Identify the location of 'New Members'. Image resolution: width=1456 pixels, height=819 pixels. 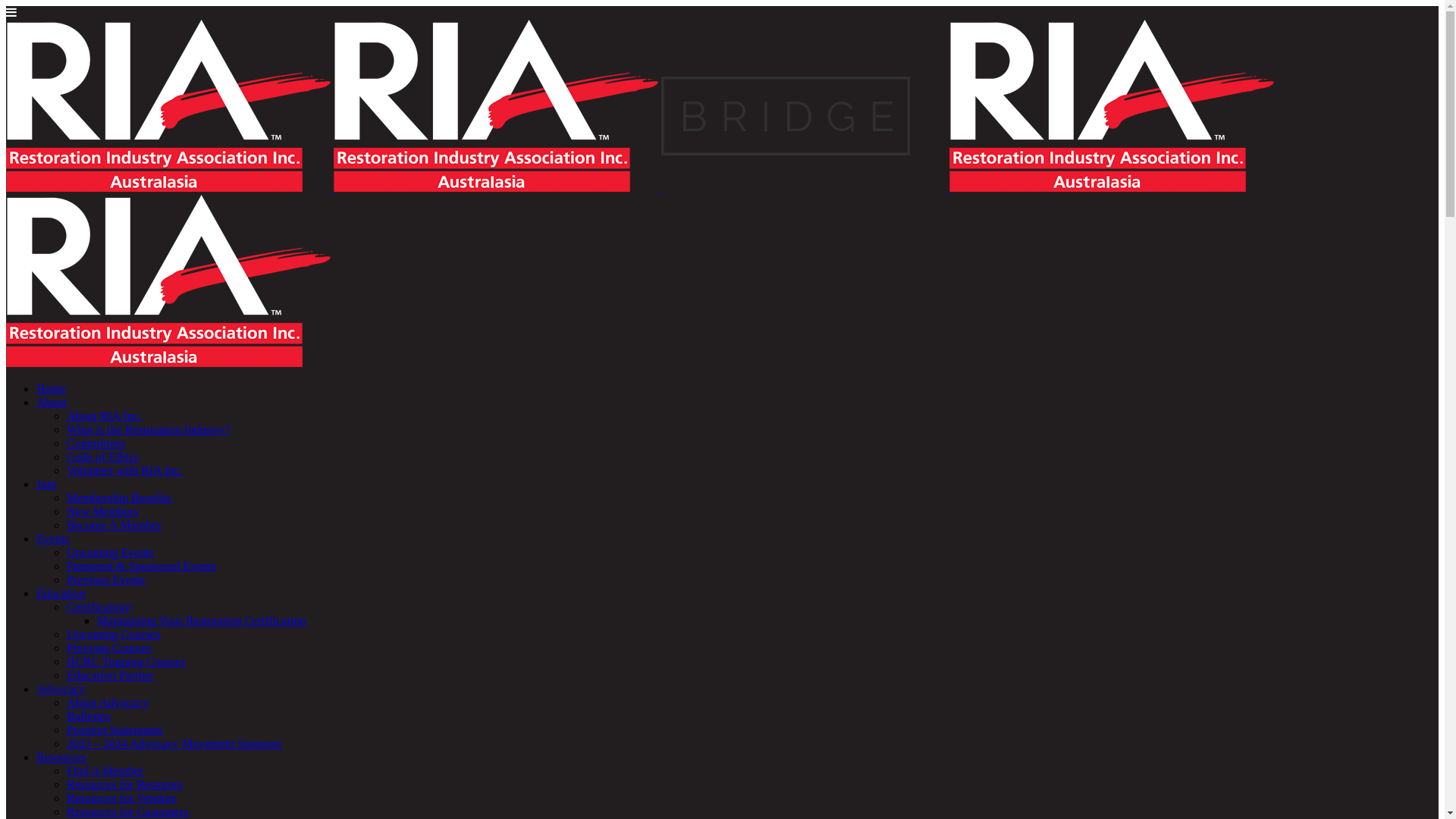
(102, 511).